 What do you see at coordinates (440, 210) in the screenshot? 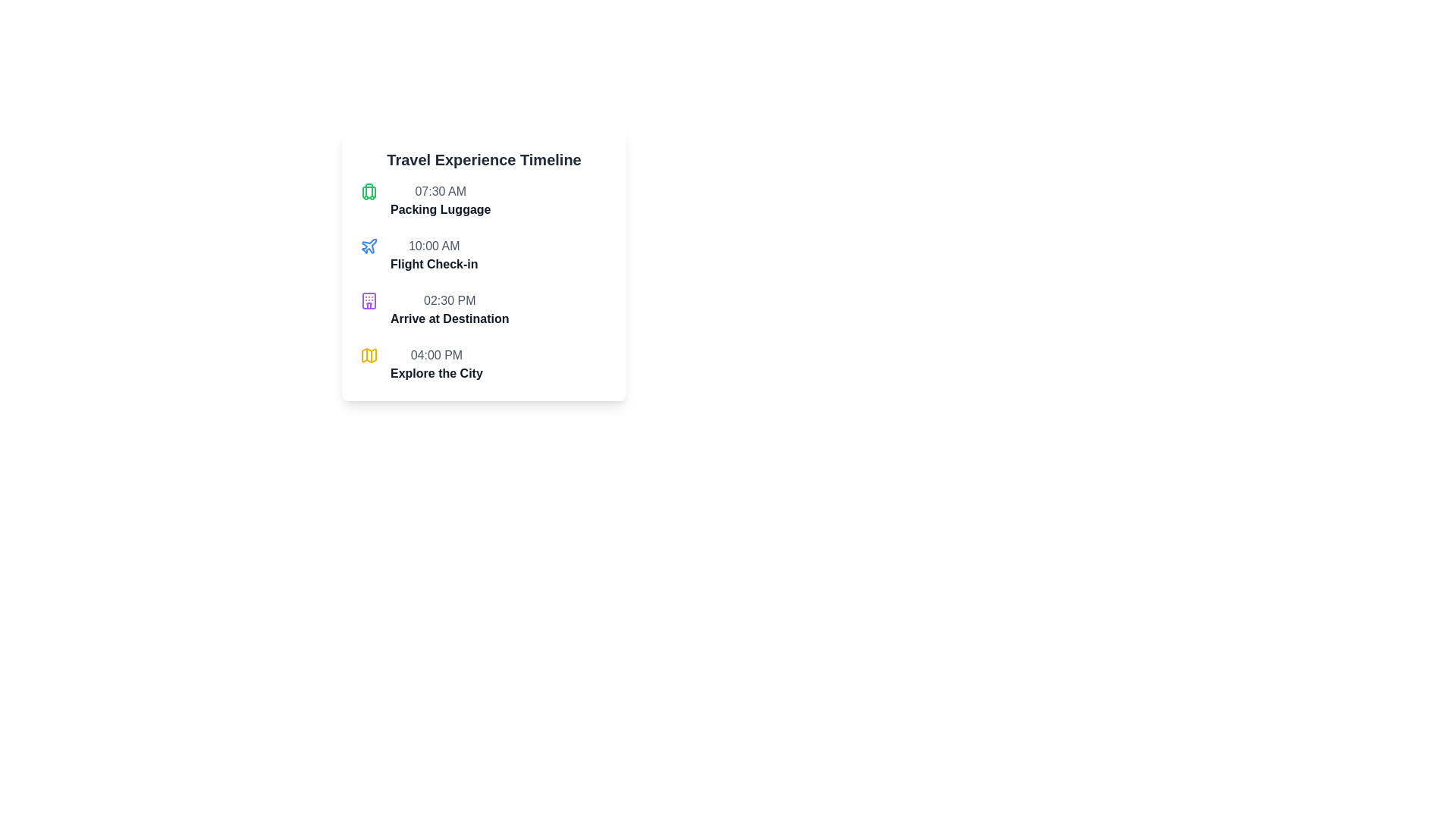
I see `the text label displaying 'Packing Luggage', which is styled in bold dark gray and located below the time indicator '07:30 AM' in the 'Travel Experience Timeline'` at bounding box center [440, 210].